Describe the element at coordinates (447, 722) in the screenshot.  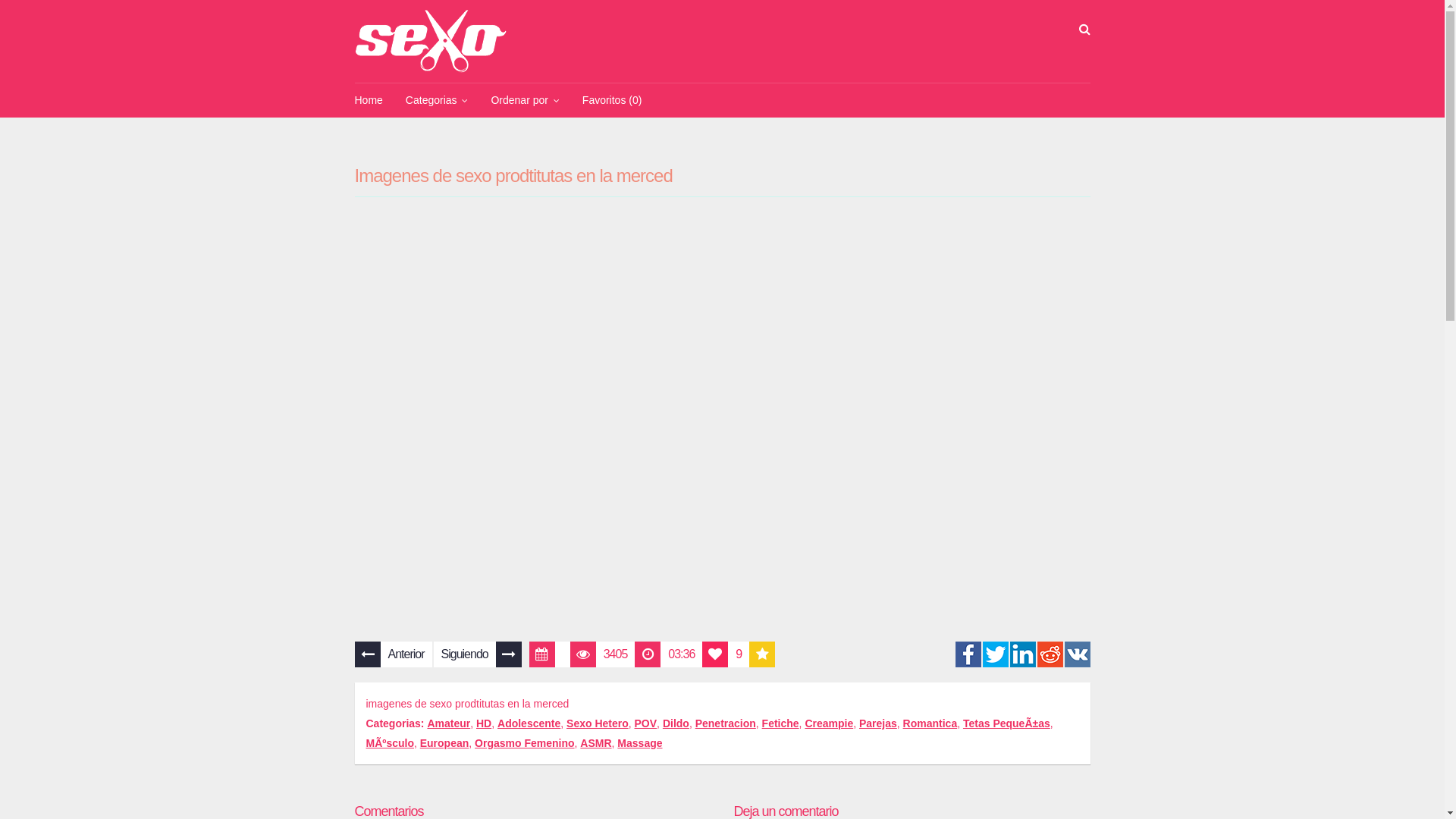
I see `'Amateur'` at that location.